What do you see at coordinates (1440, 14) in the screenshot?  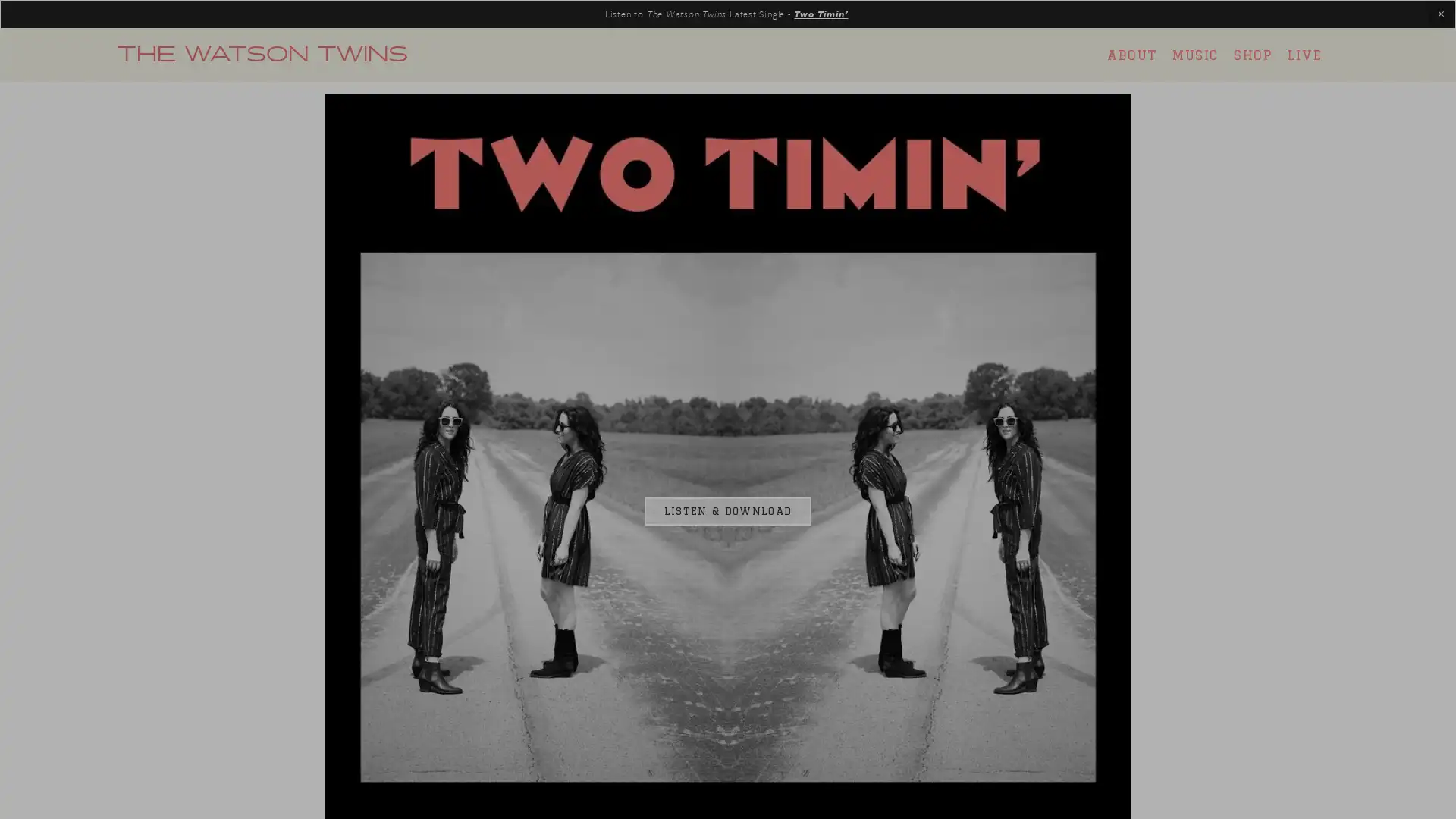 I see `Close Announcement` at bounding box center [1440, 14].